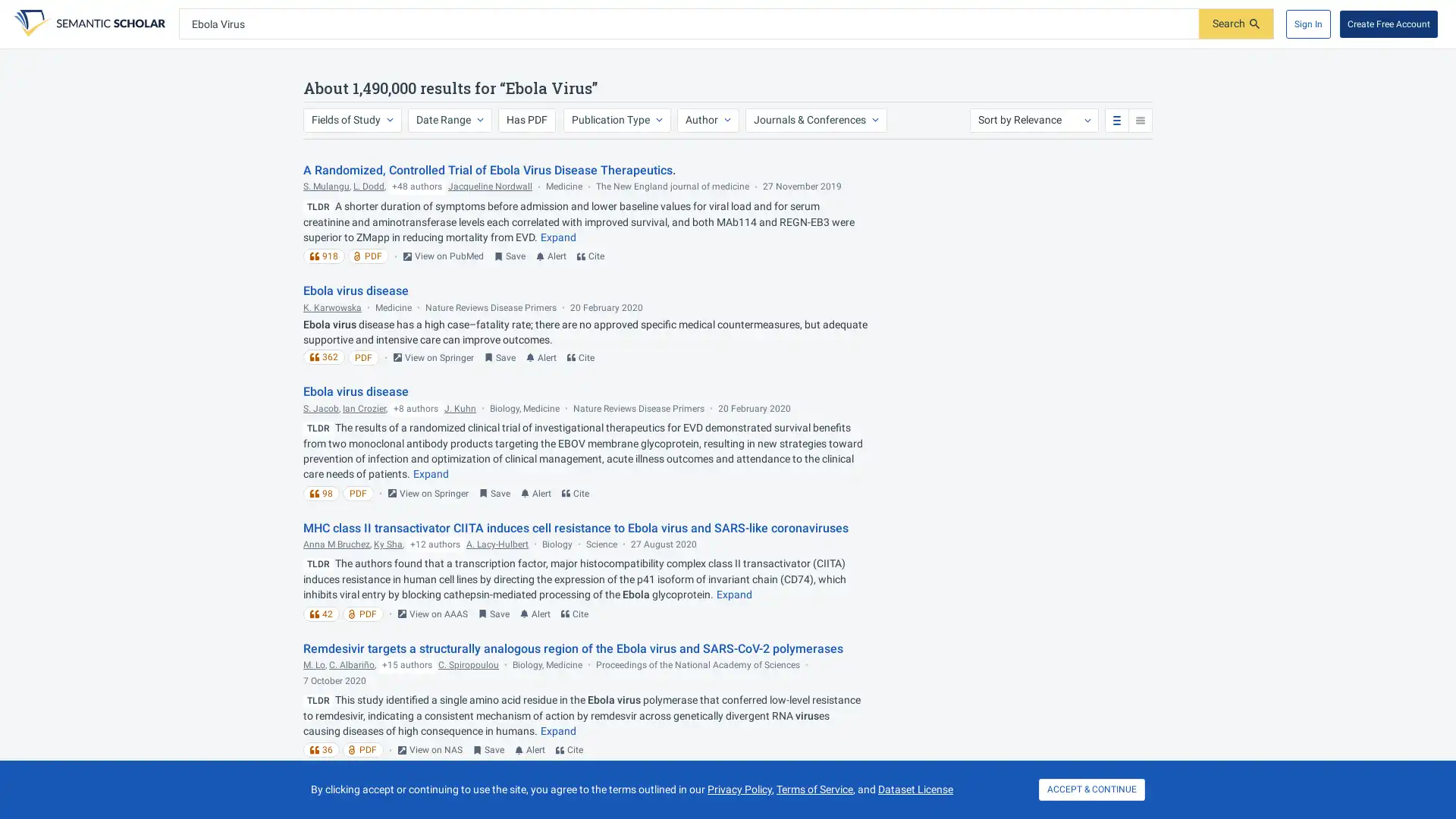 The image size is (1456, 819). Describe the element at coordinates (1307, 24) in the screenshot. I see `Sign In` at that location.